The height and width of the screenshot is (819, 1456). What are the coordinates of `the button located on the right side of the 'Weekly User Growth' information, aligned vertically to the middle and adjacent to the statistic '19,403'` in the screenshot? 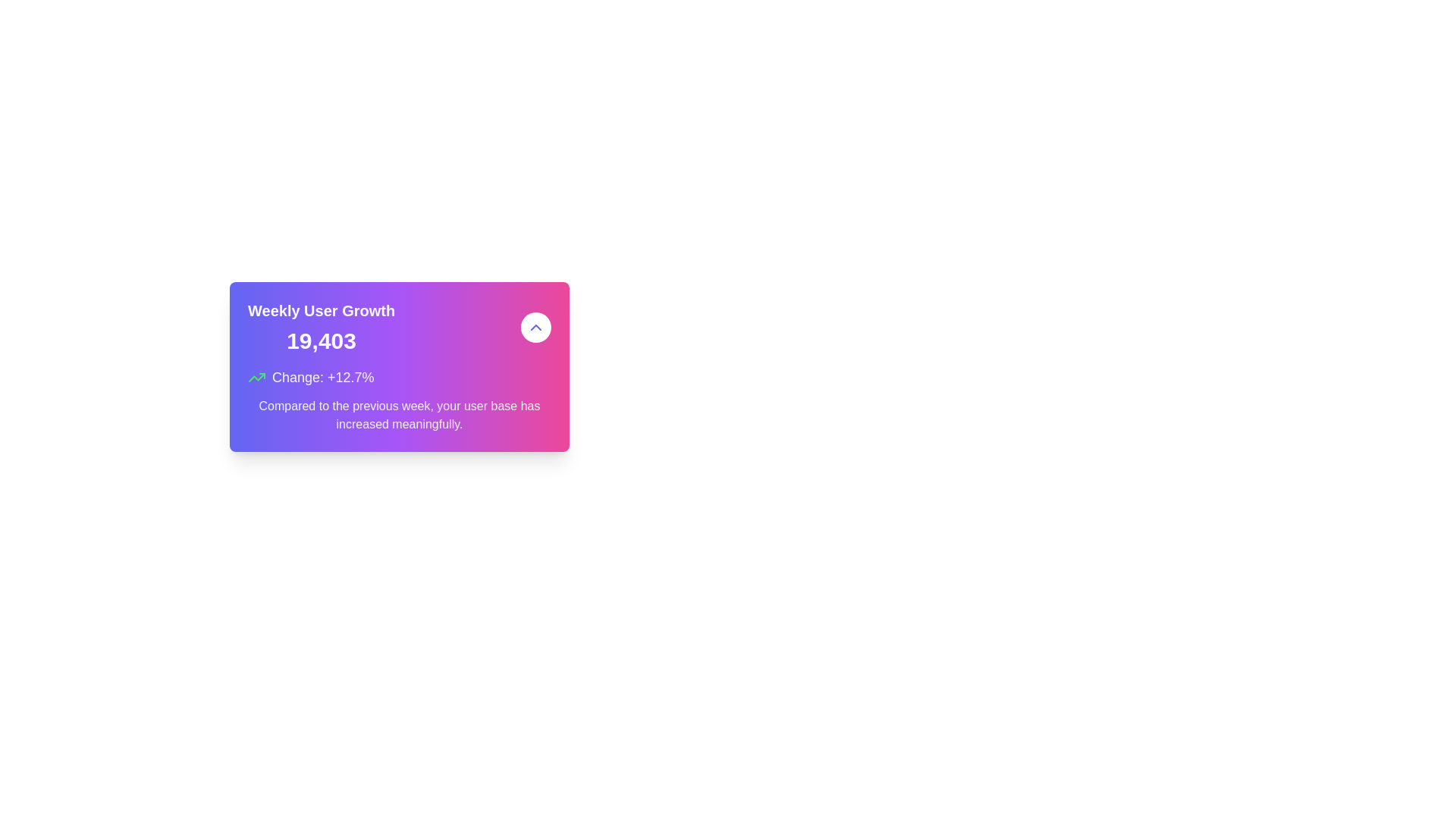 It's located at (535, 327).